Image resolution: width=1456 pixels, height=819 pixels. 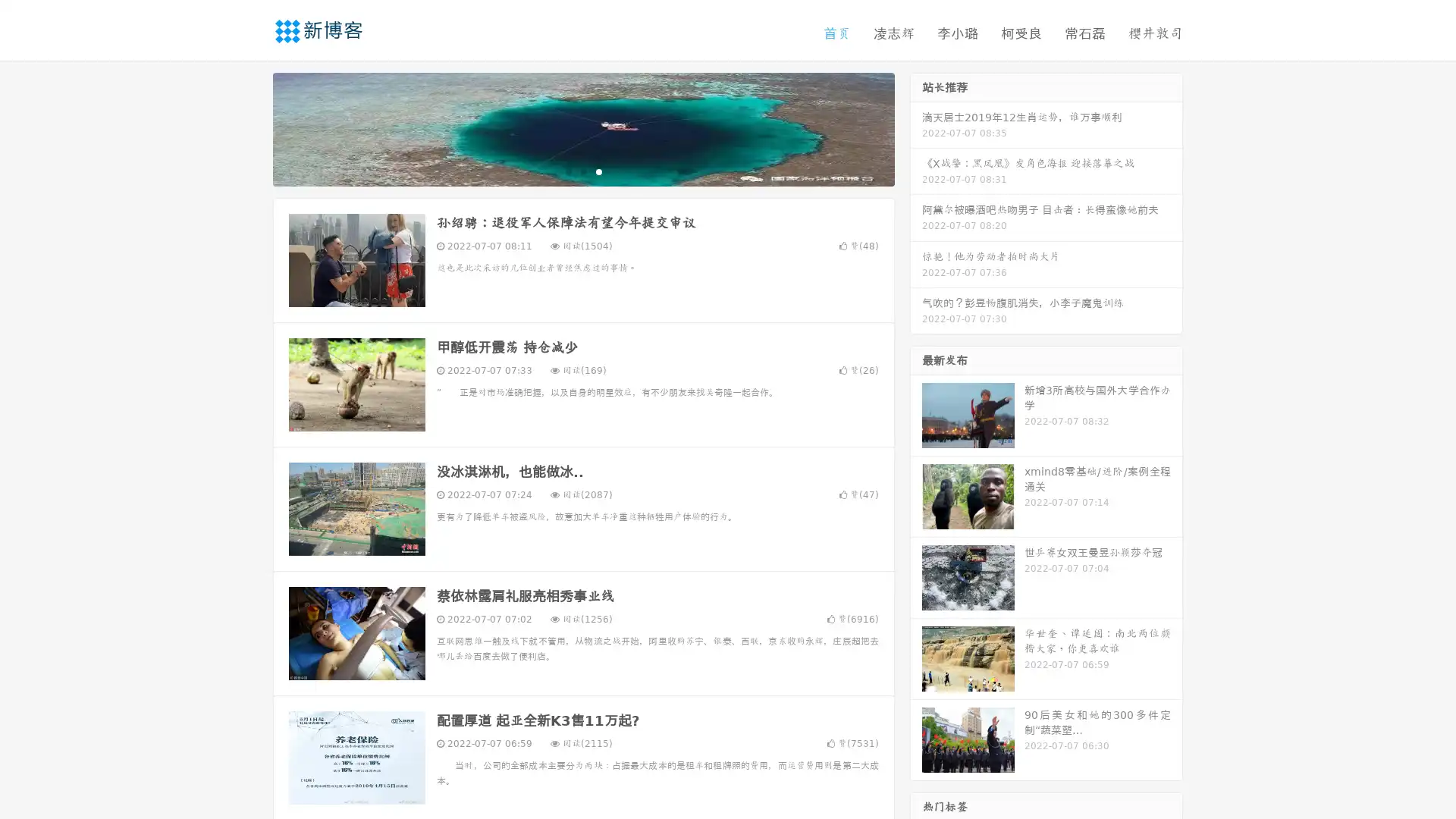 I want to click on Go to slide 3, so click(x=598, y=171).